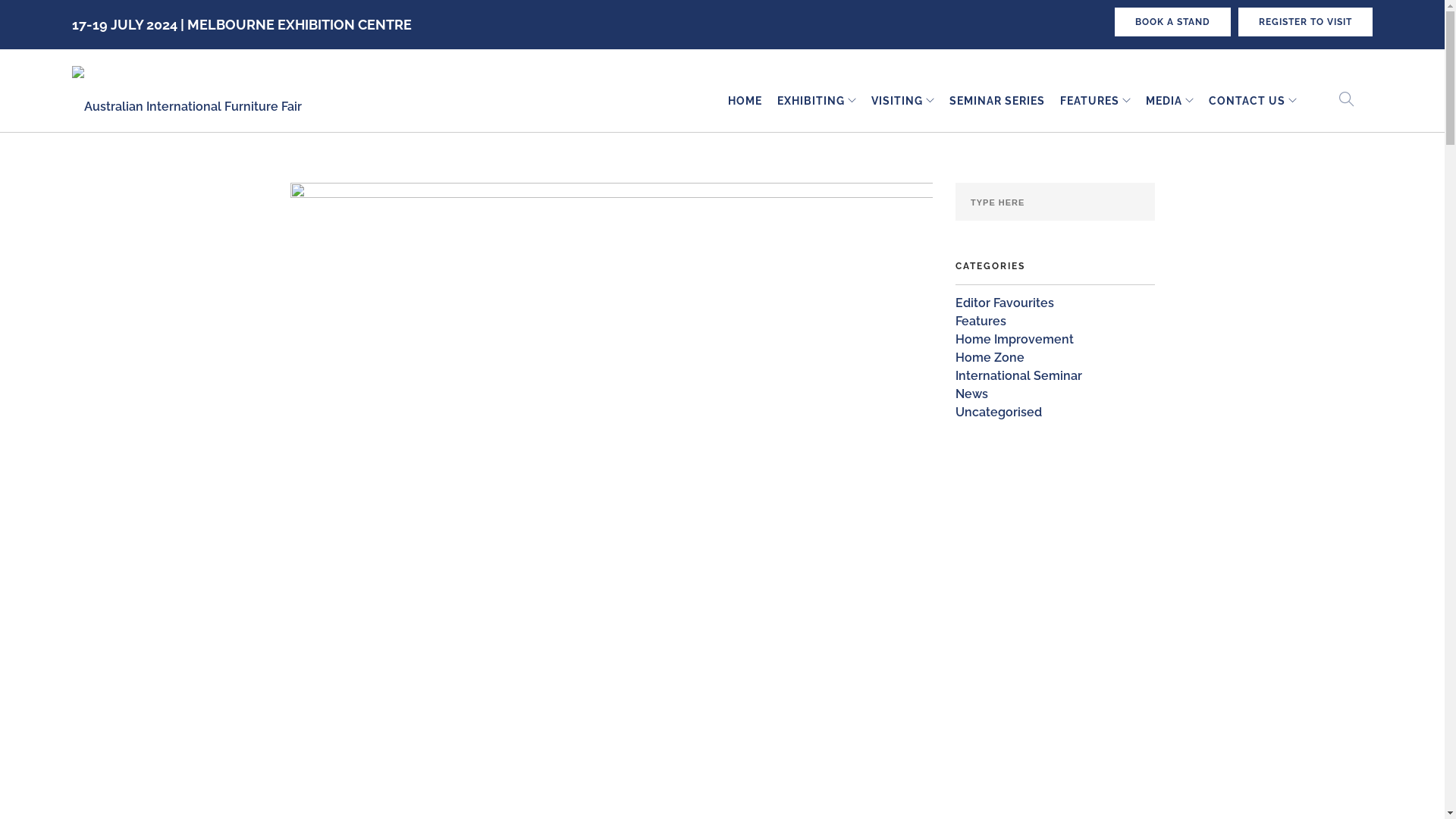 This screenshot has height=819, width=1456. What do you see at coordinates (1238, 22) in the screenshot?
I see `'REGISTER TO VISIT'` at bounding box center [1238, 22].